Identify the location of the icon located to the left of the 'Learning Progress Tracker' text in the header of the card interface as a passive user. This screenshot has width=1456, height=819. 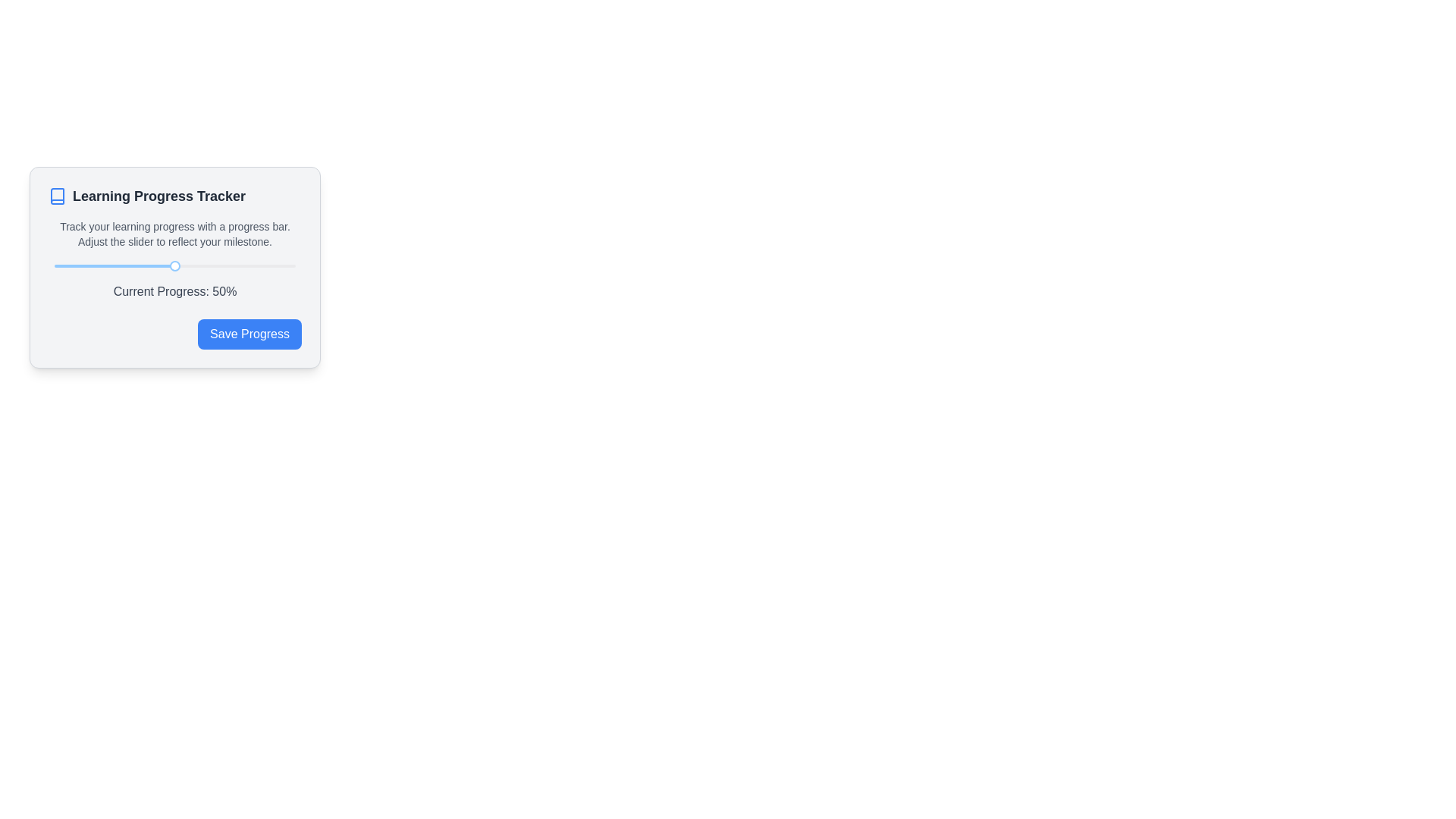
(58, 195).